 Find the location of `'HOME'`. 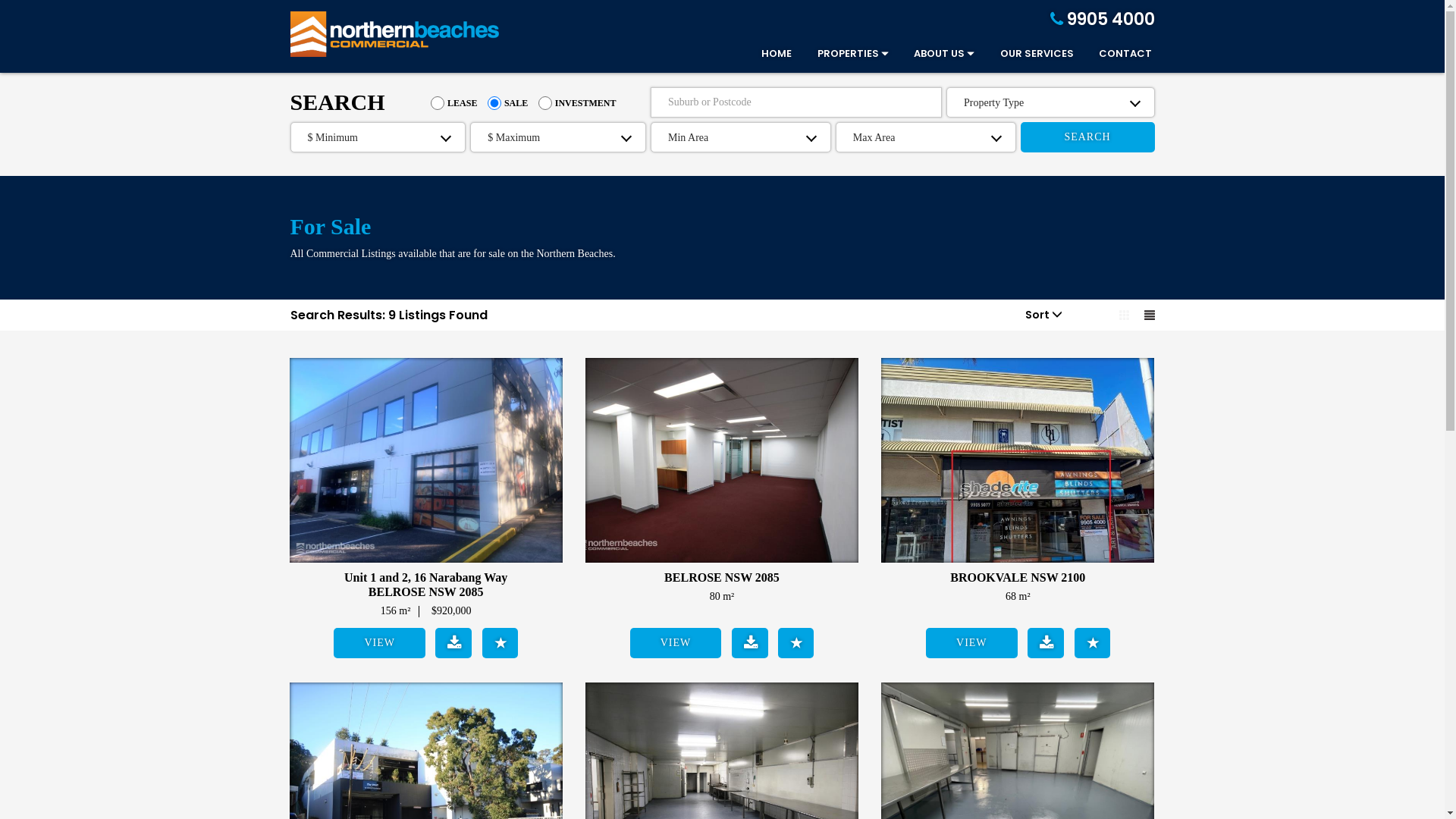

'HOME' is located at coordinates (764, 55).